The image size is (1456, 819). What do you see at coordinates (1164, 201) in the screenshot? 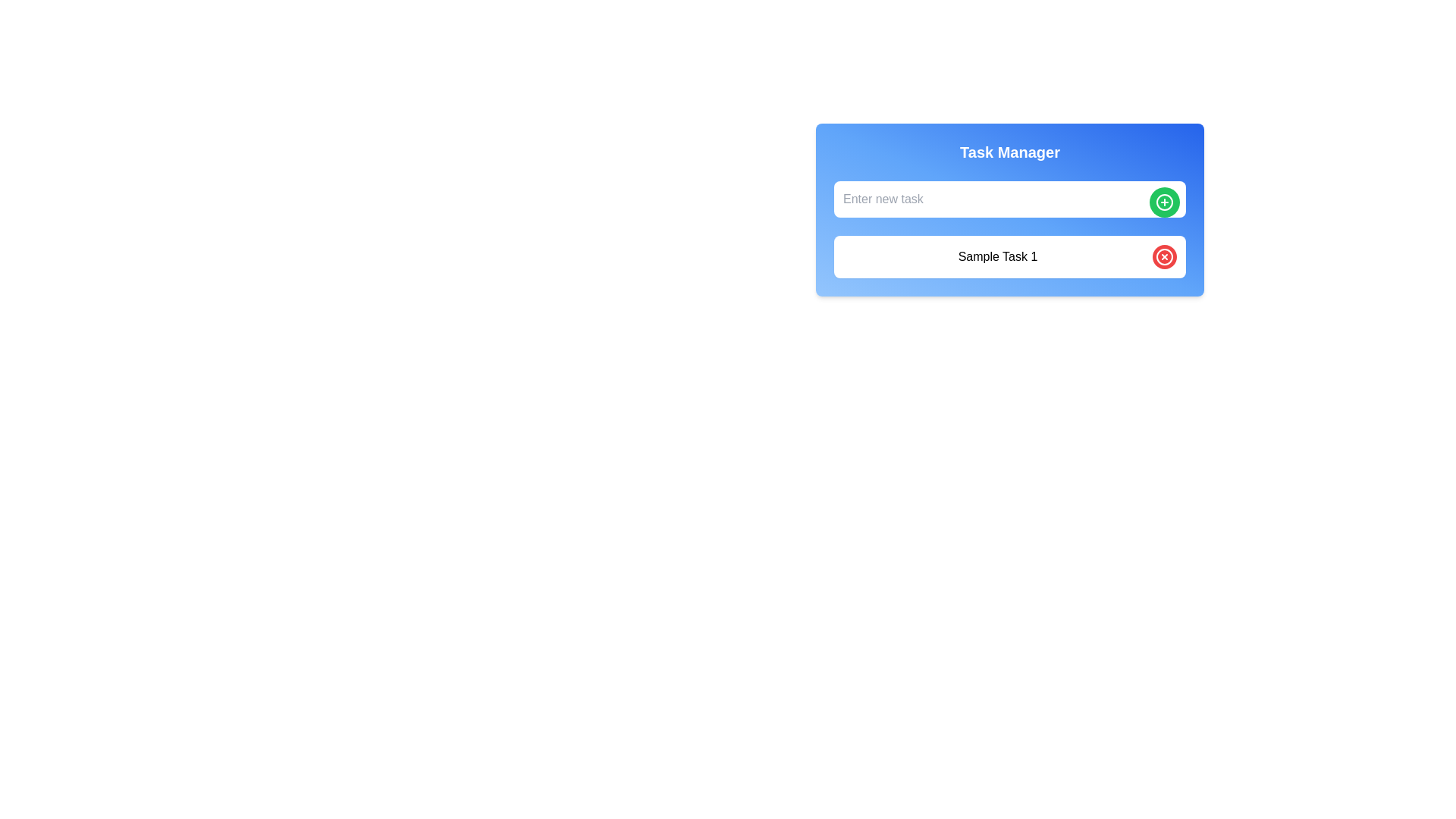
I see `the circular green button with a white plus icon located in the top-right corner of the 'Enter new task' input field` at bounding box center [1164, 201].